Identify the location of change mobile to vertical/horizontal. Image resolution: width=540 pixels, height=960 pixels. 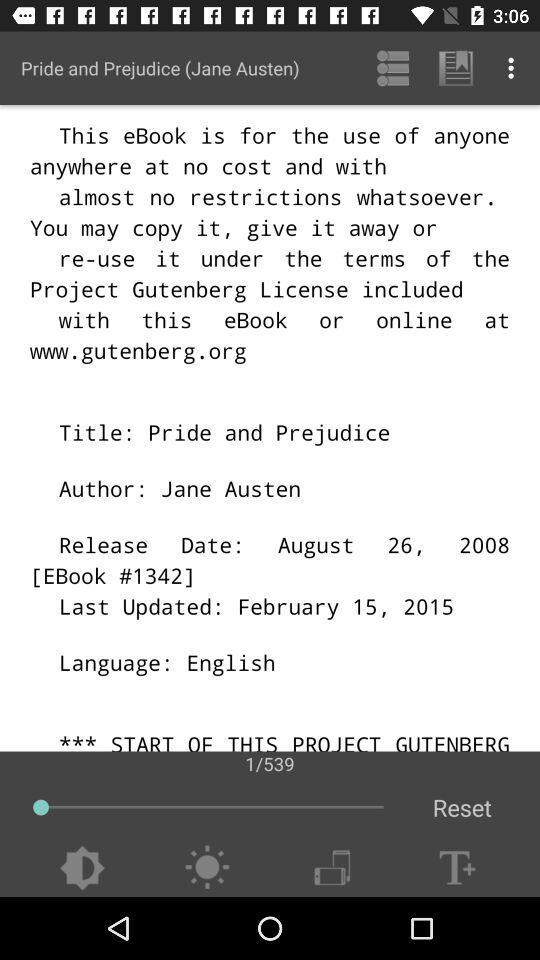
(332, 867).